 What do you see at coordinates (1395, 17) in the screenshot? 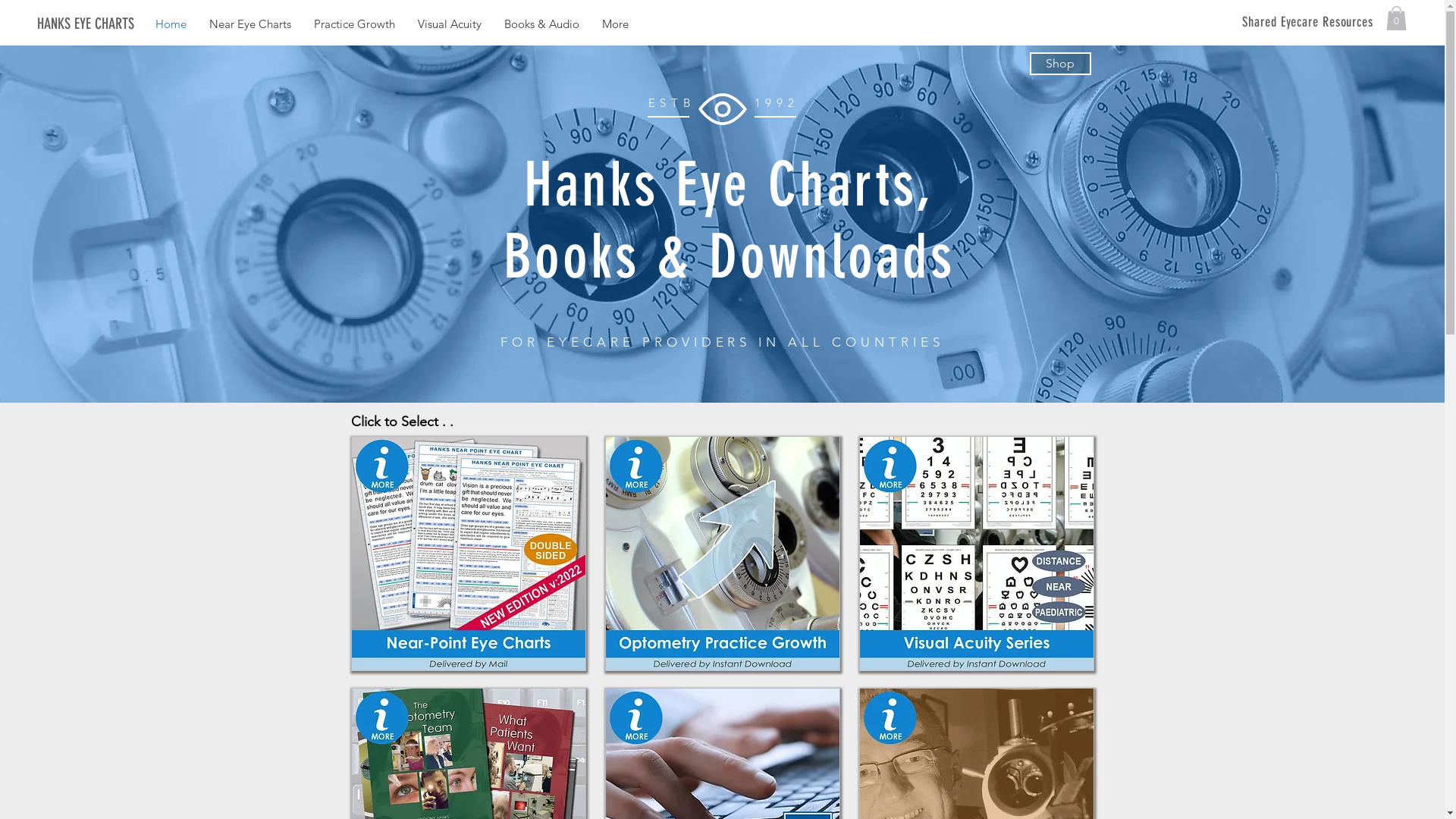
I see `'0'` at bounding box center [1395, 17].